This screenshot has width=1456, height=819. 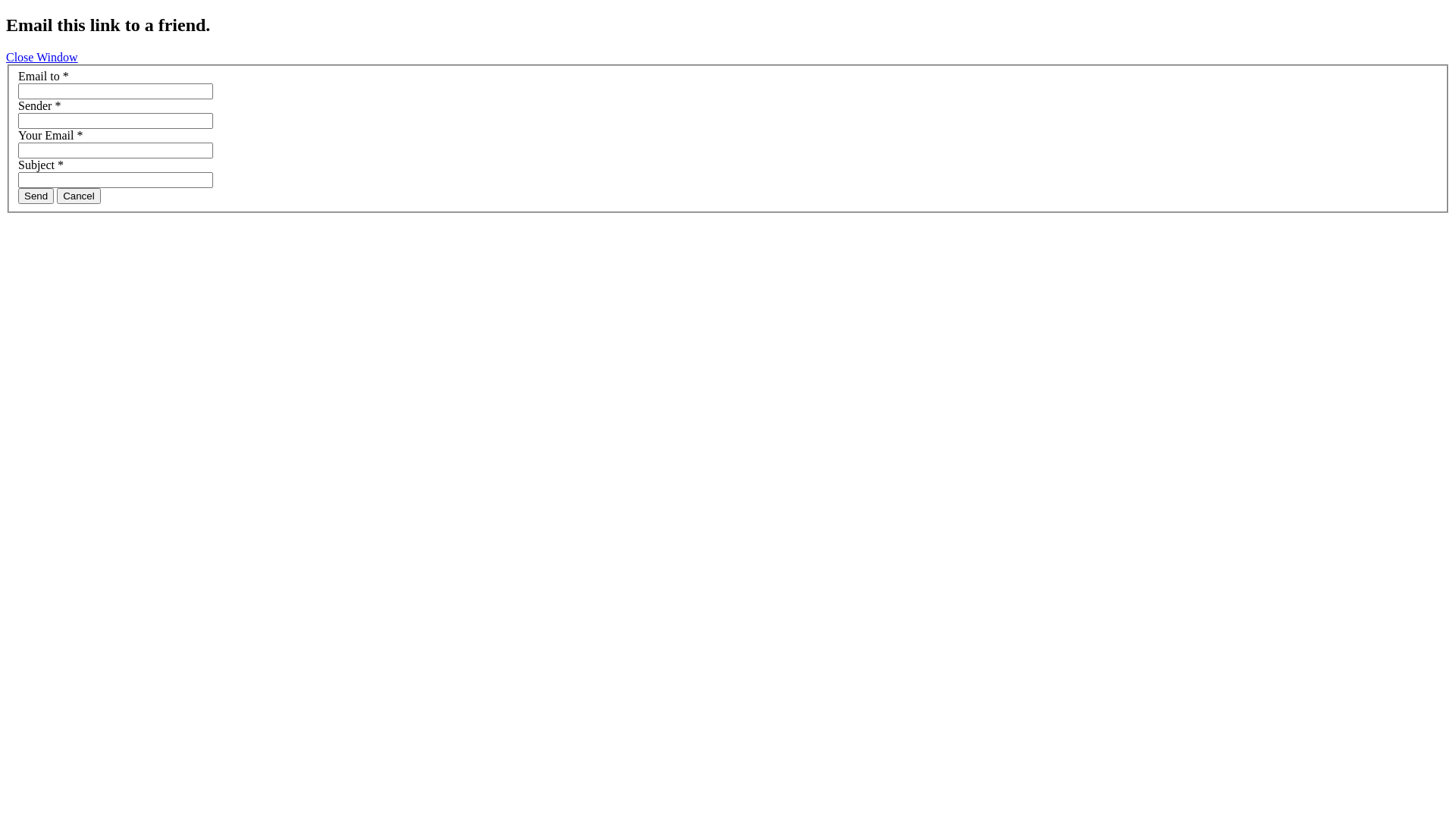 What do you see at coordinates (78, 195) in the screenshot?
I see `'Cancel'` at bounding box center [78, 195].